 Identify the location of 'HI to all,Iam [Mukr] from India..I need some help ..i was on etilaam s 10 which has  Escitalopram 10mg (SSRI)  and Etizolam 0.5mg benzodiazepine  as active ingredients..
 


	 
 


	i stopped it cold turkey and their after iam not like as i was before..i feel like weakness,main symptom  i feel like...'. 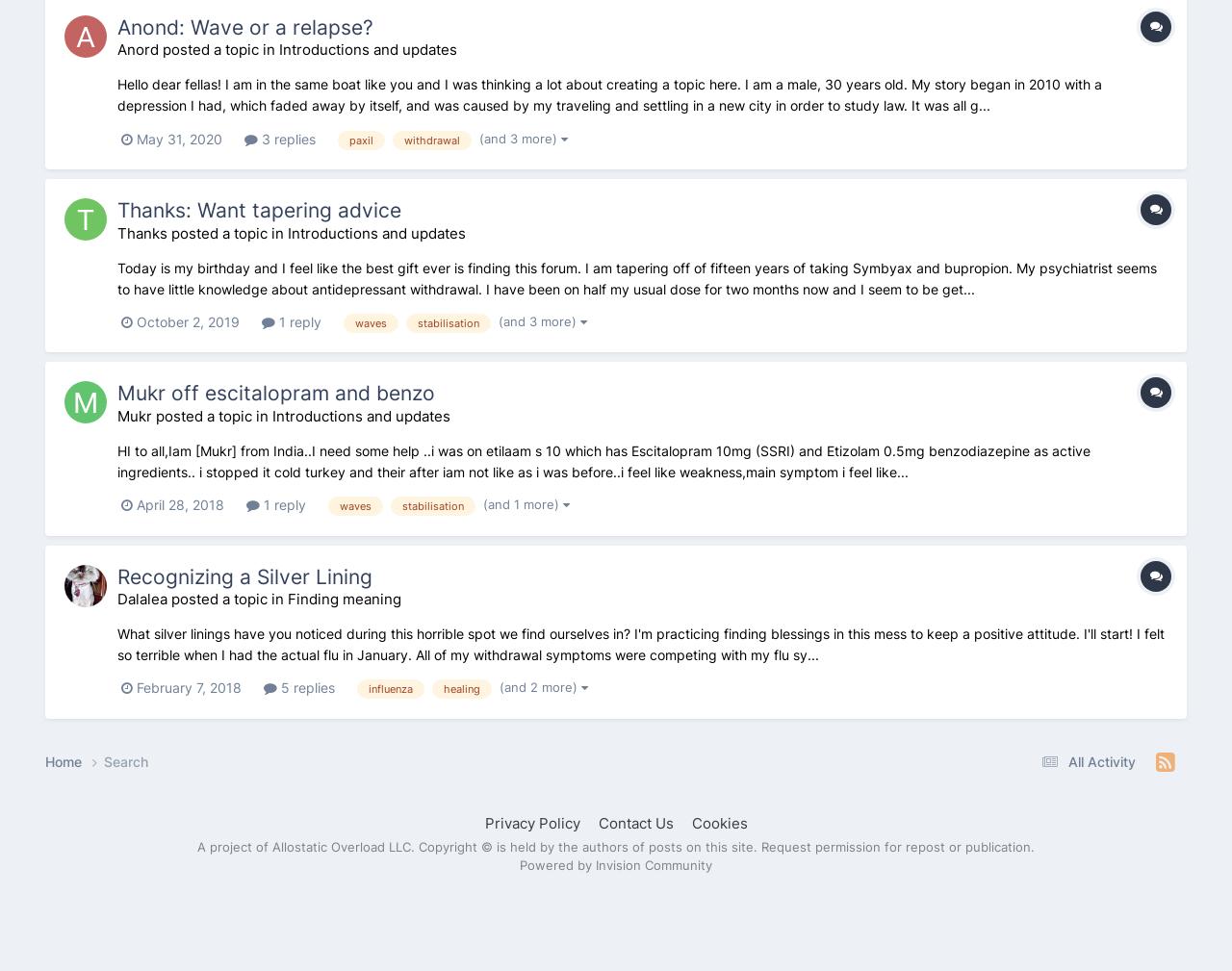
(603, 459).